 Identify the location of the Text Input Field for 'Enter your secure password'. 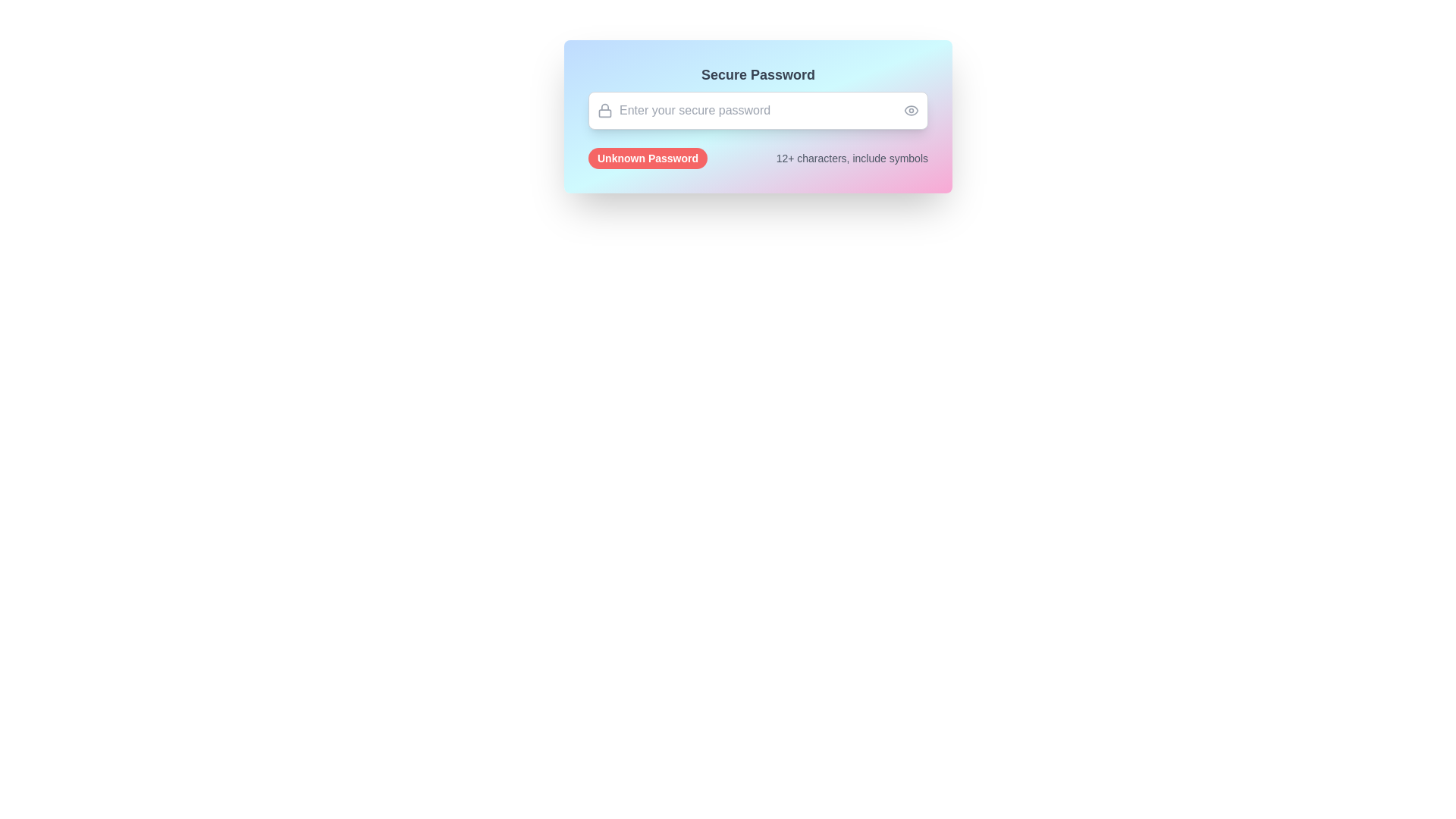
(758, 110).